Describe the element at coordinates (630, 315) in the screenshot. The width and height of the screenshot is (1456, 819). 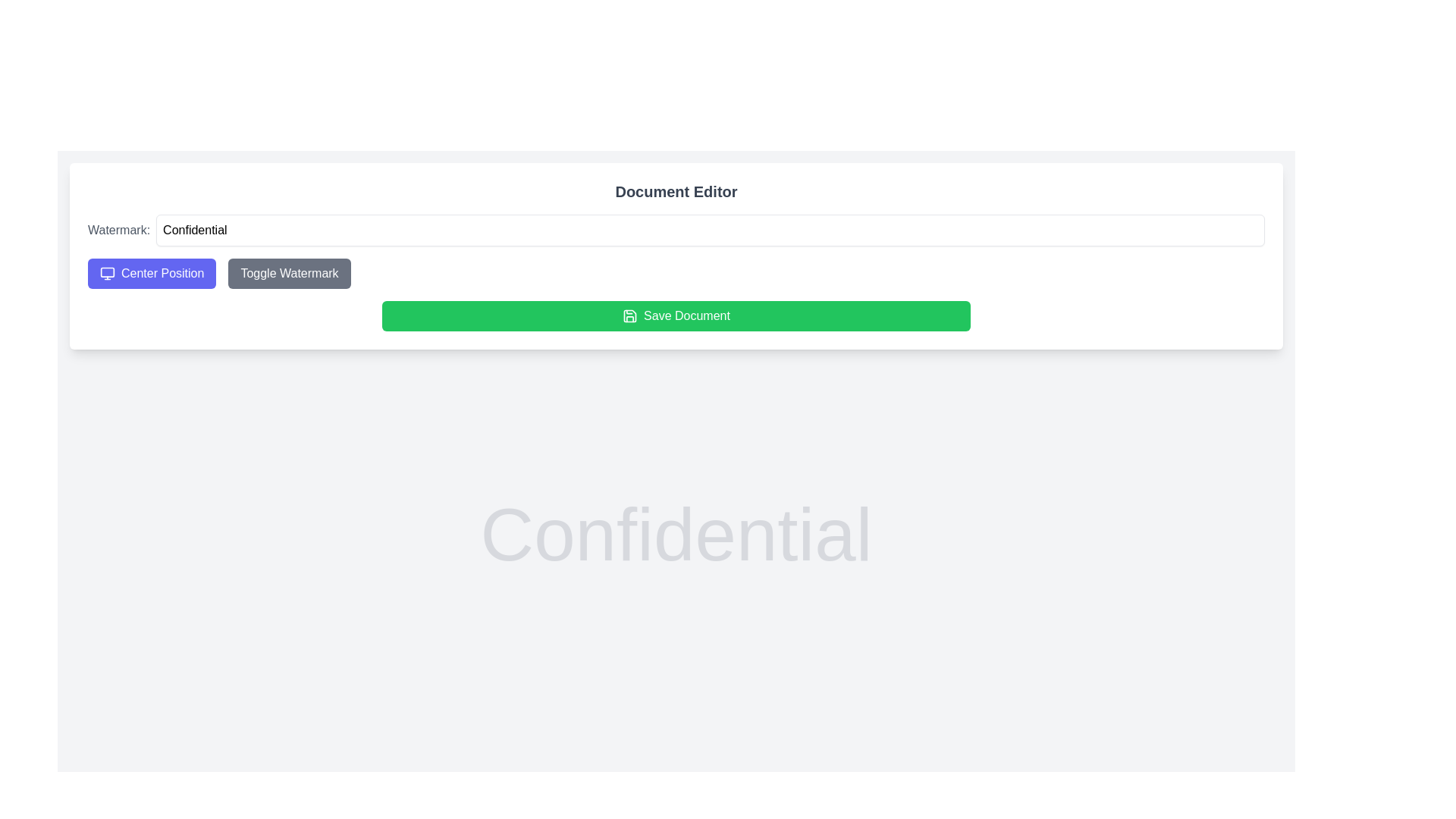
I see `the 'Save Document' SVG icon, which is a minimalistic outline style icon with a green background, located in the toolbar area` at that location.